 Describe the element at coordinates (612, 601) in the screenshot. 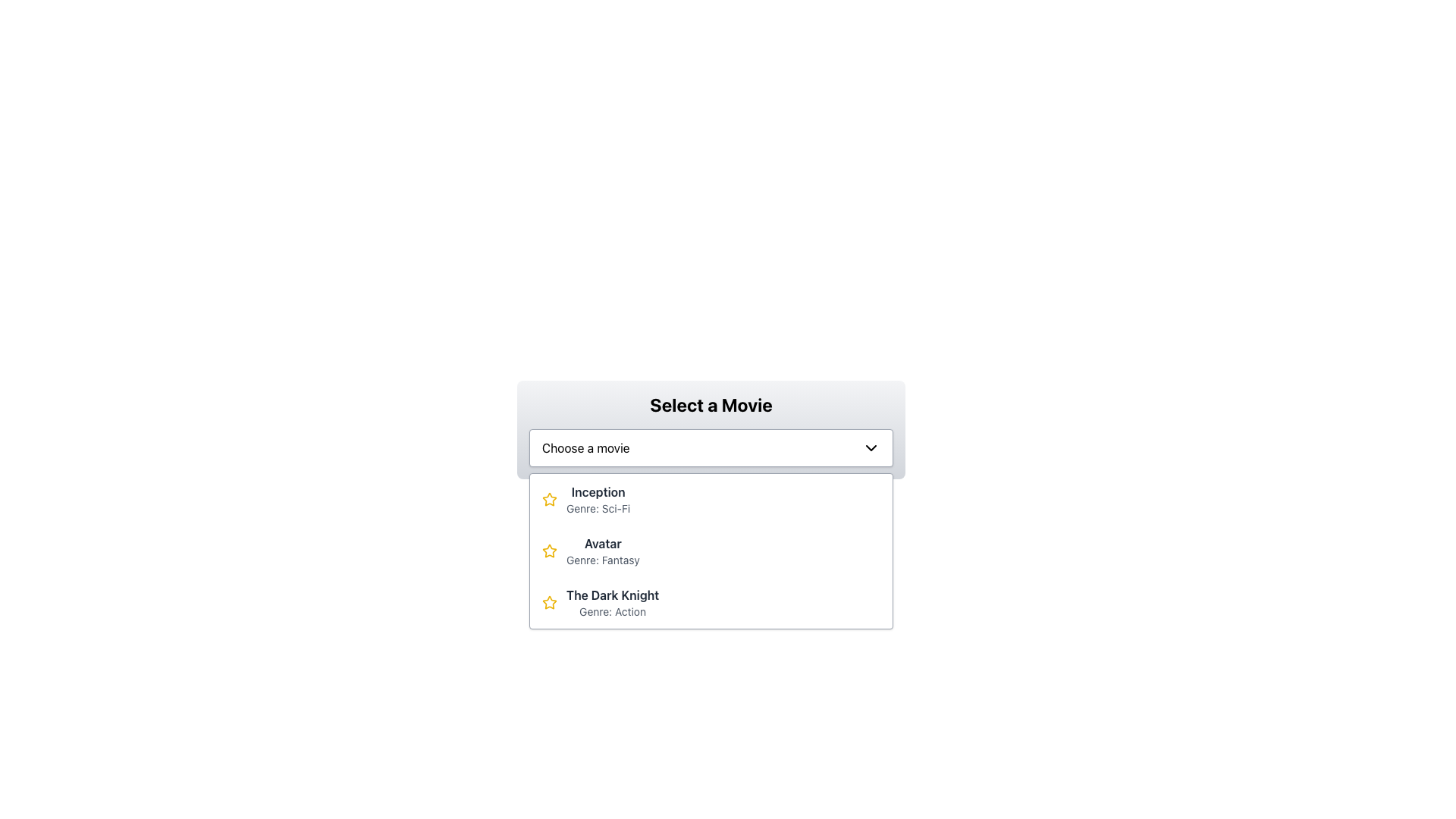

I see `the selectable list item displaying the text 'The Dark Knight'` at that location.